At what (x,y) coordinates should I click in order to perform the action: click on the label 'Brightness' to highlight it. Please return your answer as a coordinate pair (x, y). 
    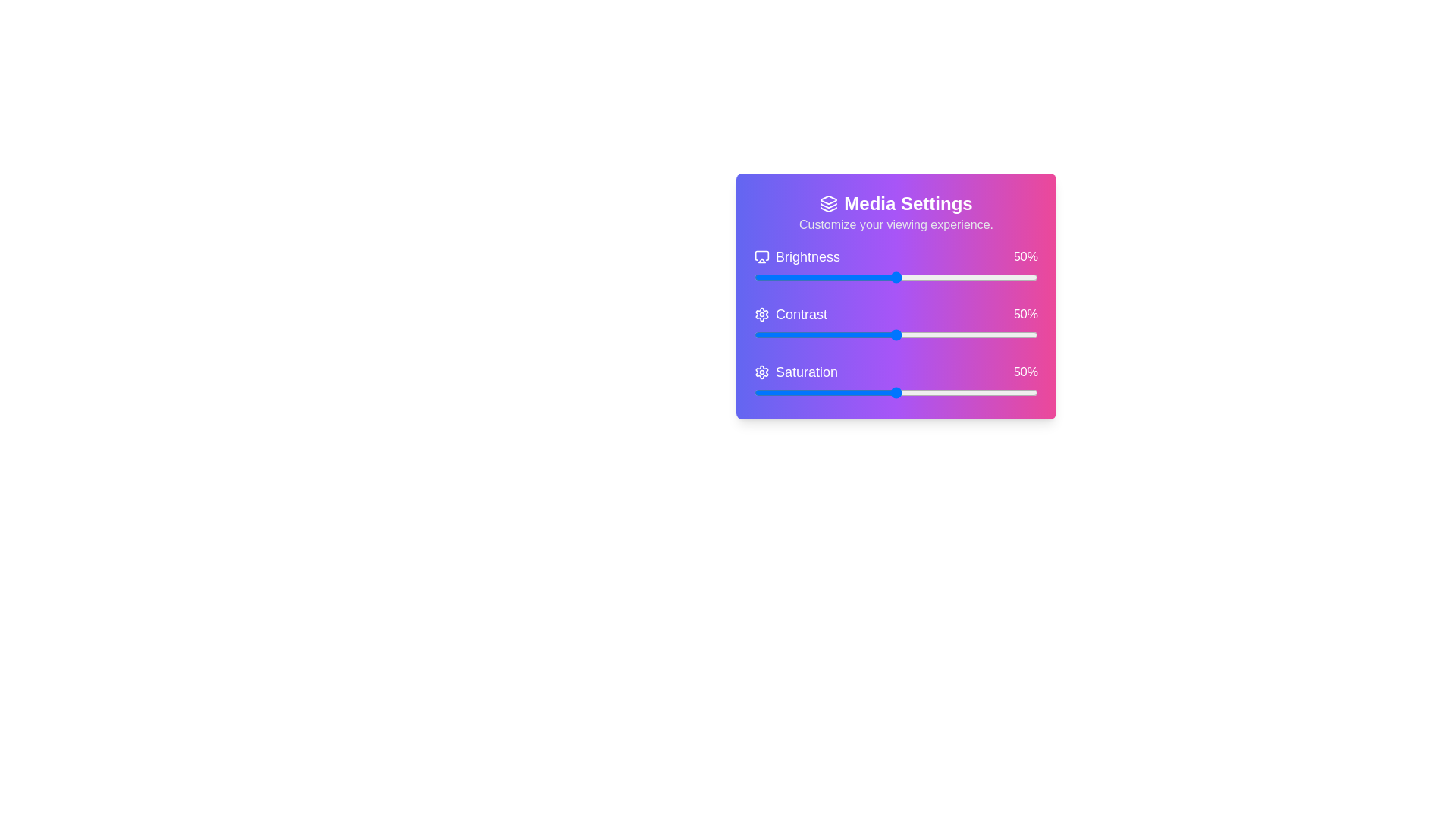
    Looking at the image, I should click on (796, 256).